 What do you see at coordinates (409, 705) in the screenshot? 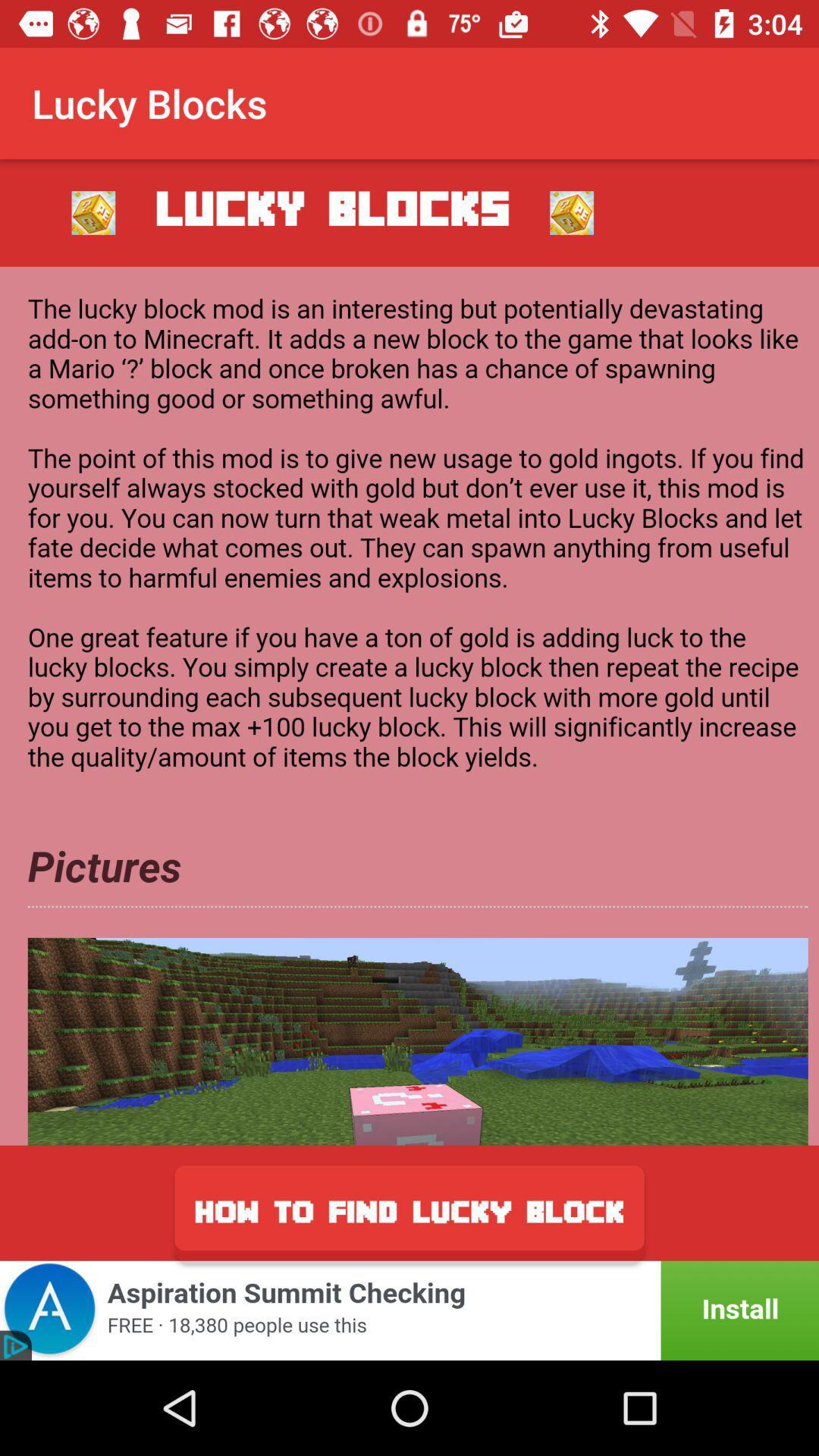
I see `show information` at bounding box center [409, 705].